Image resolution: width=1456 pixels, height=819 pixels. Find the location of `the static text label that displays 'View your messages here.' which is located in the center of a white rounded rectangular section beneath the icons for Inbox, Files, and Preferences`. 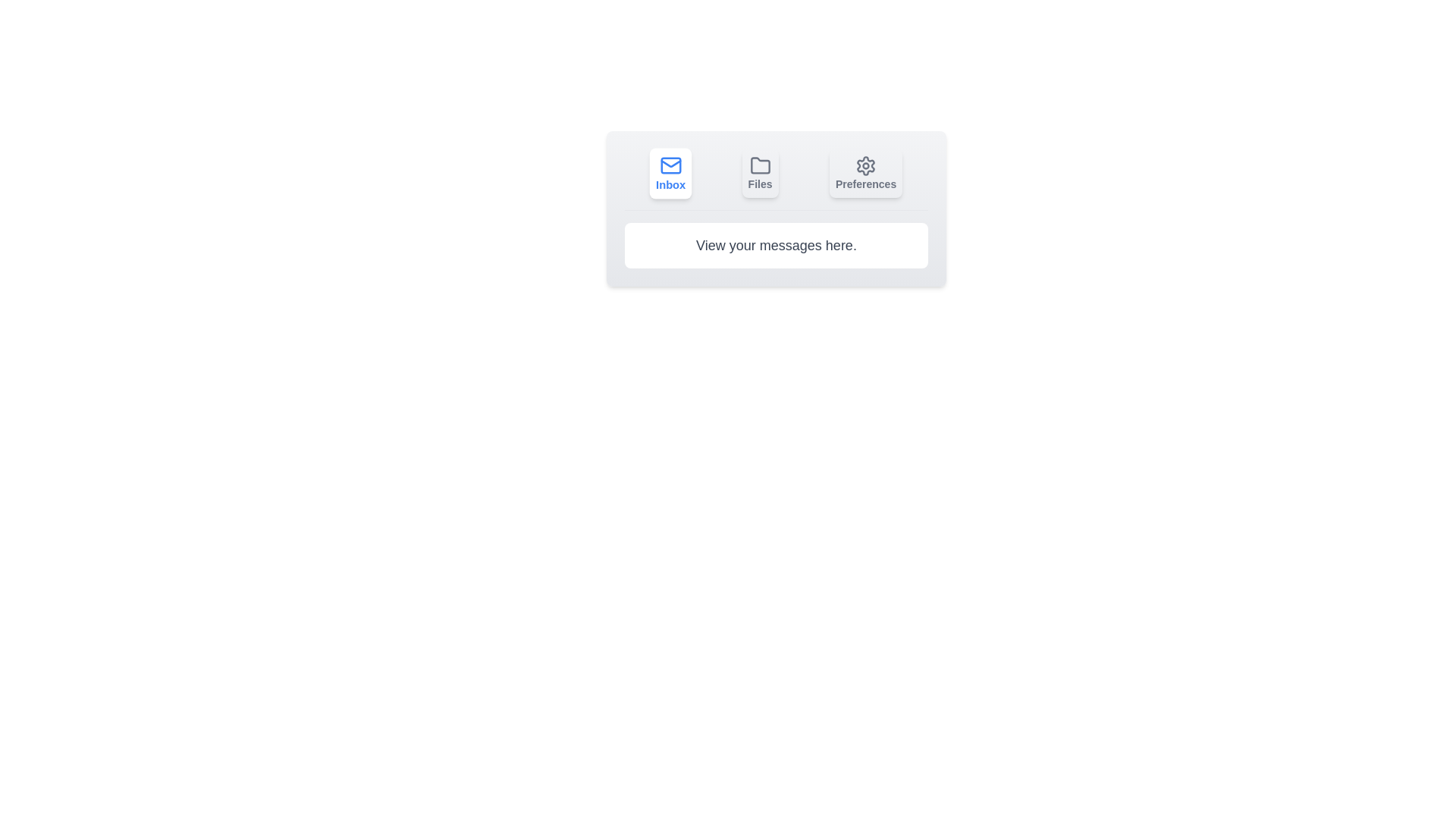

the static text label that displays 'View your messages here.' which is located in the center of a white rounded rectangular section beneath the icons for Inbox, Files, and Preferences is located at coordinates (776, 245).